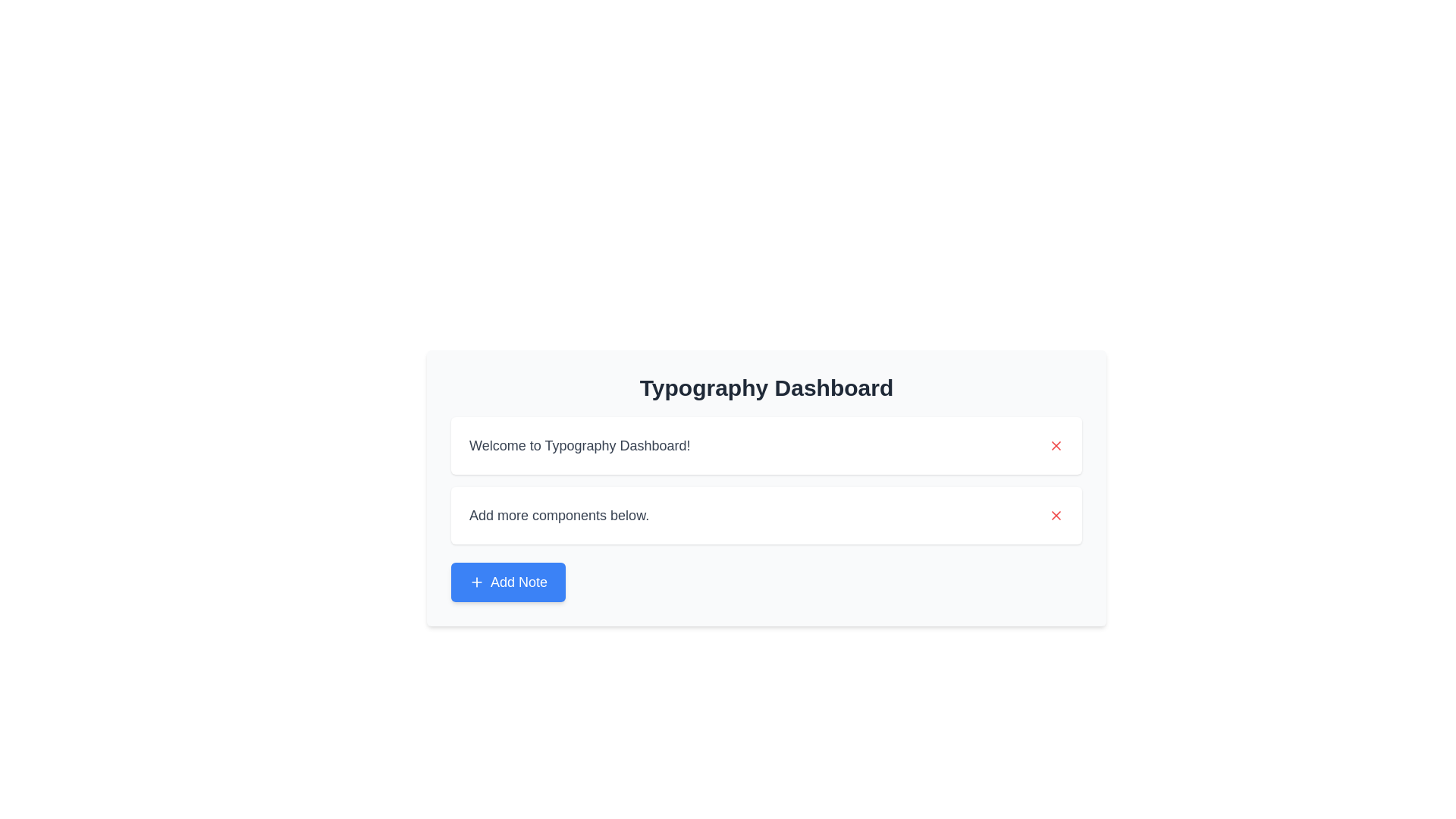 The width and height of the screenshot is (1456, 819). I want to click on the close/delete icon located at the top-right side of the input field containing 'Welcome to Typography Dashboard!', so click(1055, 444).